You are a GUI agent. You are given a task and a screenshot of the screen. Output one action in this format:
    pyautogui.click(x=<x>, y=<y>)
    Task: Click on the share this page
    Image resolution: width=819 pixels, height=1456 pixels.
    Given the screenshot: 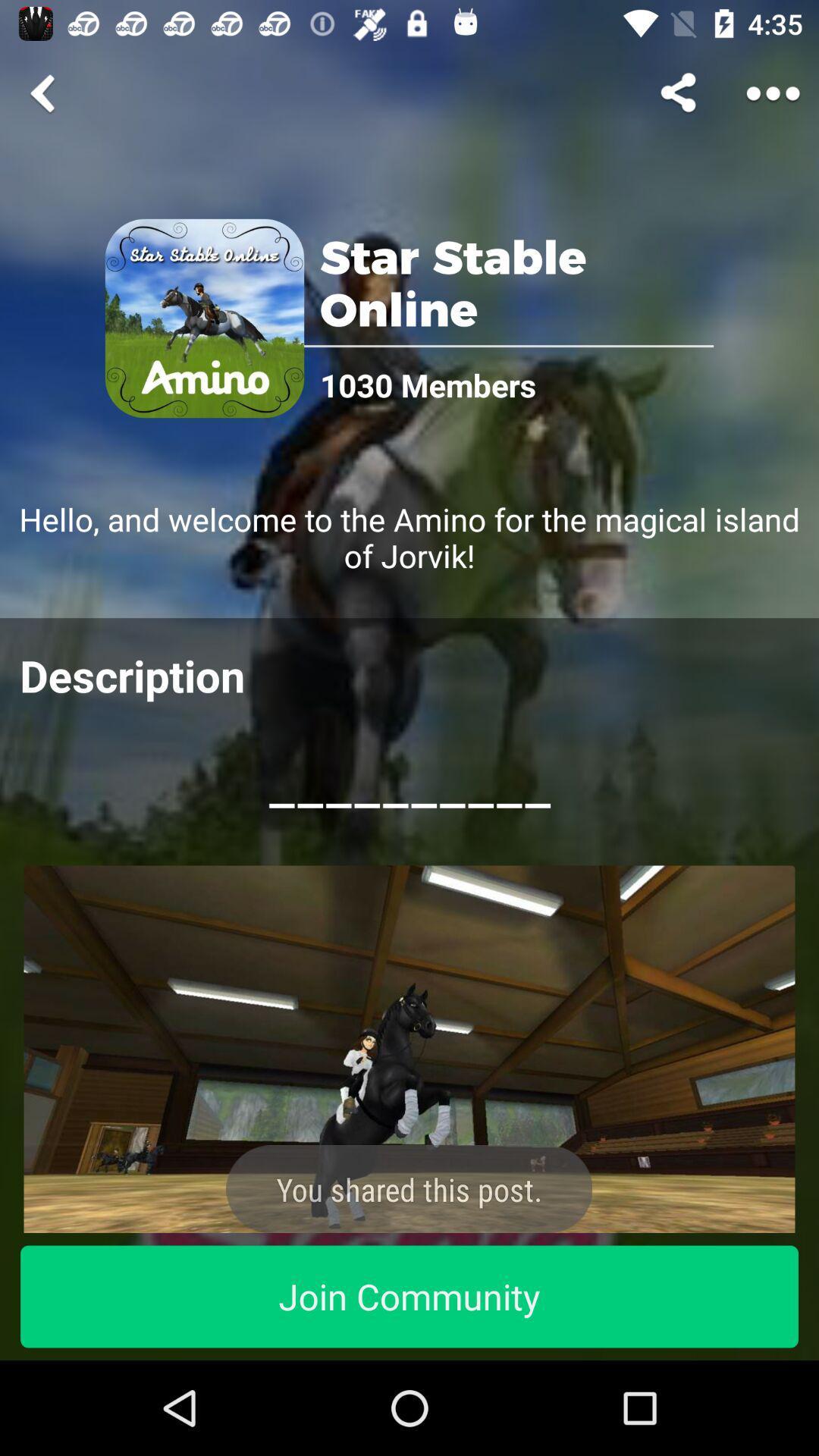 What is the action you would take?
    pyautogui.click(x=680, y=93)
    